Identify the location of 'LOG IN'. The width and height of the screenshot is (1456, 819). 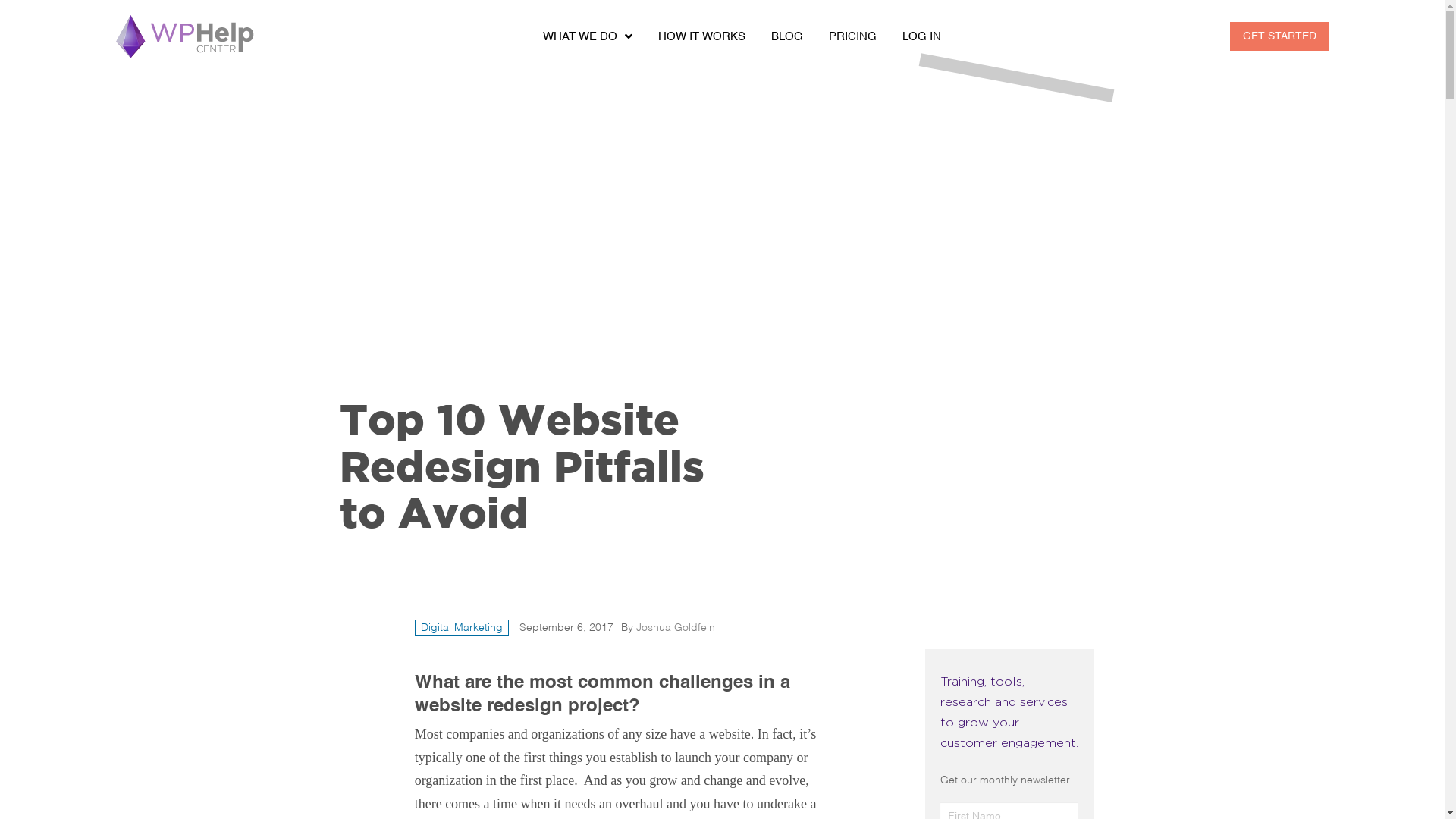
(920, 35).